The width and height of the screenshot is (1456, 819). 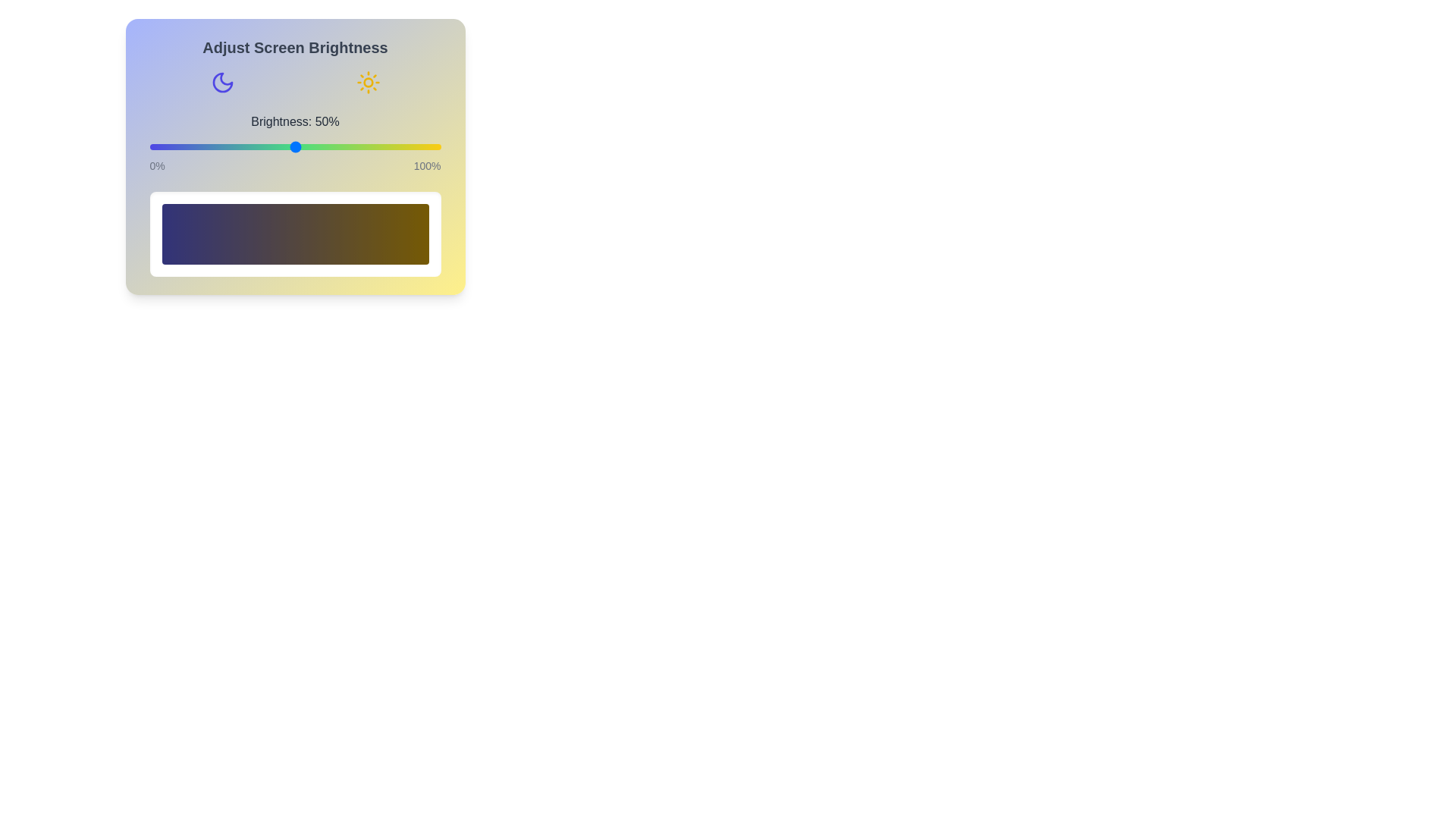 What do you see at coordinates (394, 146) in the screenshot?
I see `the brightness slider to 84%` at bounding box center [394, 146].